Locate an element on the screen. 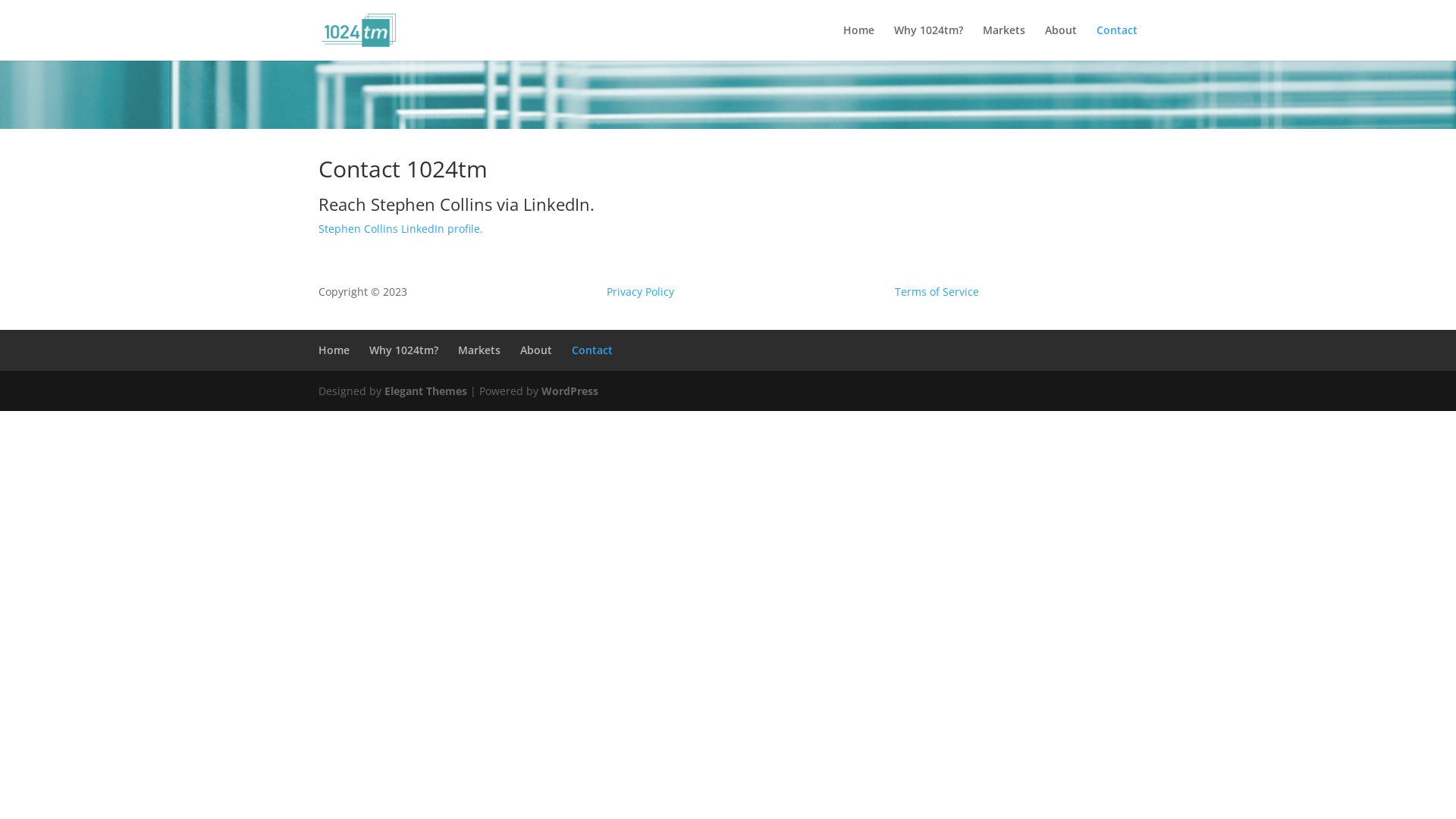 Image resolution: width=1456 pixels, height=819 pixels. 'Privacy Policy' is located at coordinates (640, 291).